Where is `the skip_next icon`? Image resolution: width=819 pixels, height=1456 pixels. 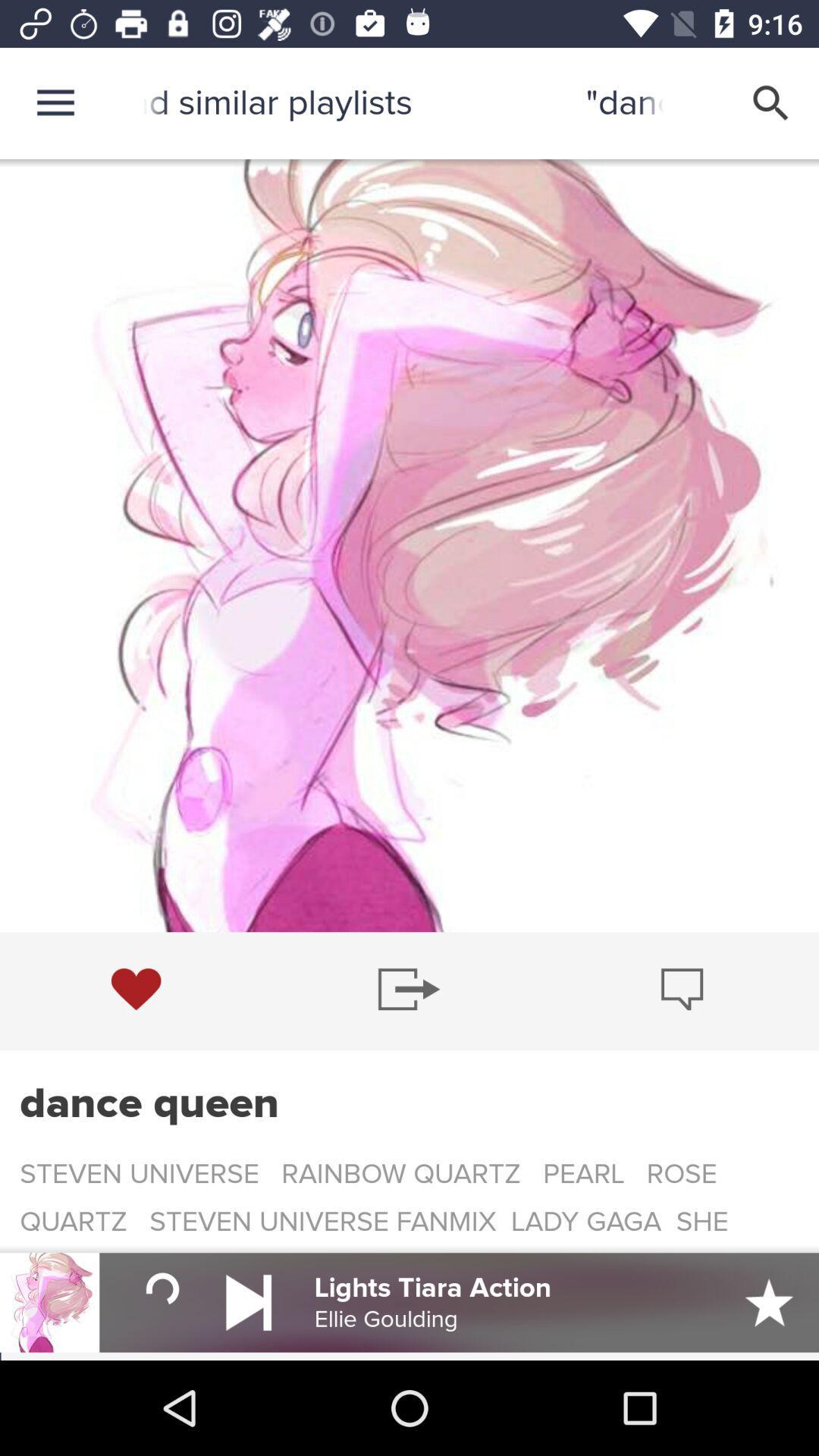 the skip_next icon is located at coordinates (248, 1301).